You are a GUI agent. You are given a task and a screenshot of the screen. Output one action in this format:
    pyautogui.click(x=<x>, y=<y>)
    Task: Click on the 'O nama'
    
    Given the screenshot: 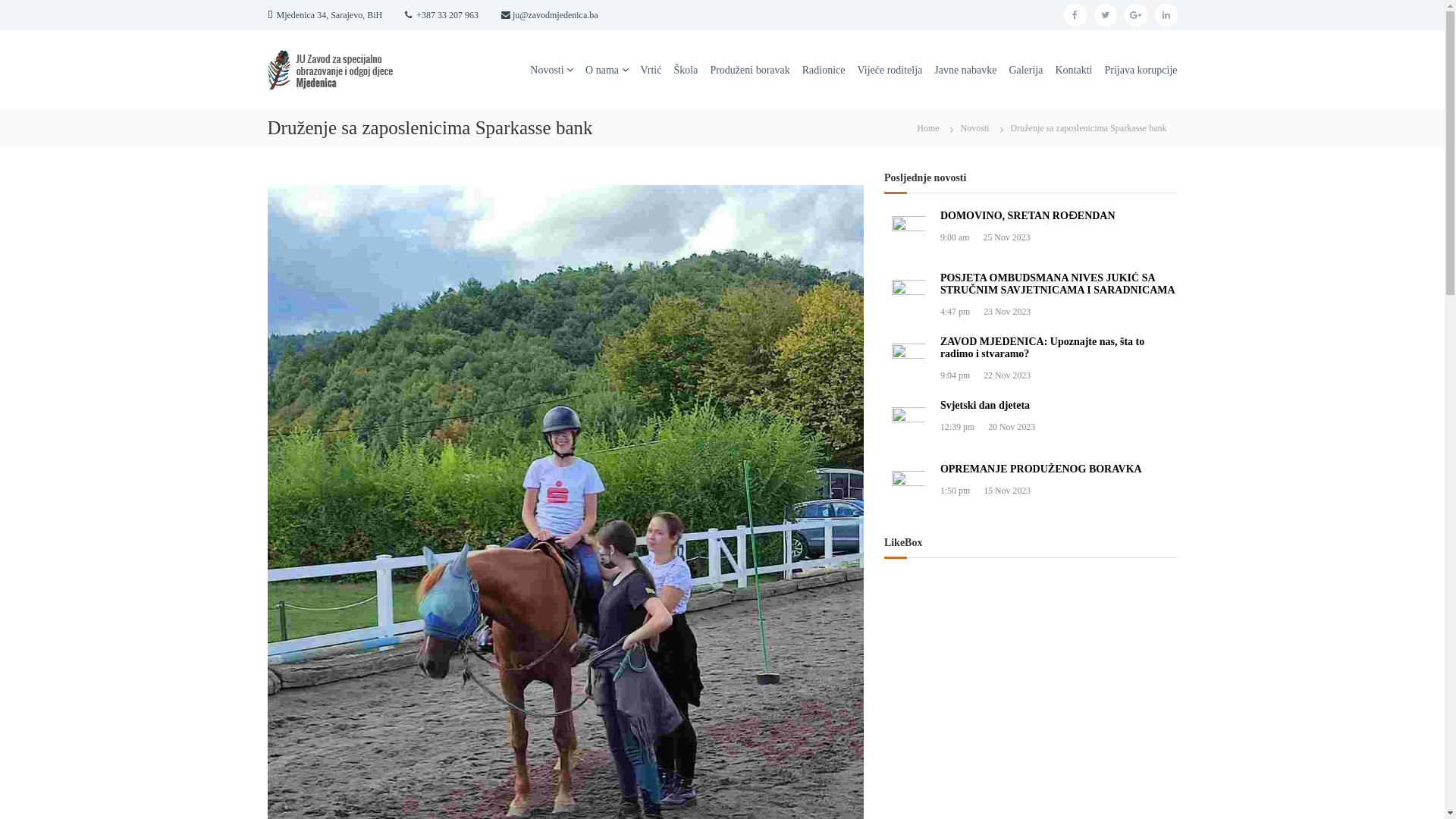 What is the action you would take?
    pyautogui.click(x=585, y=69)
    